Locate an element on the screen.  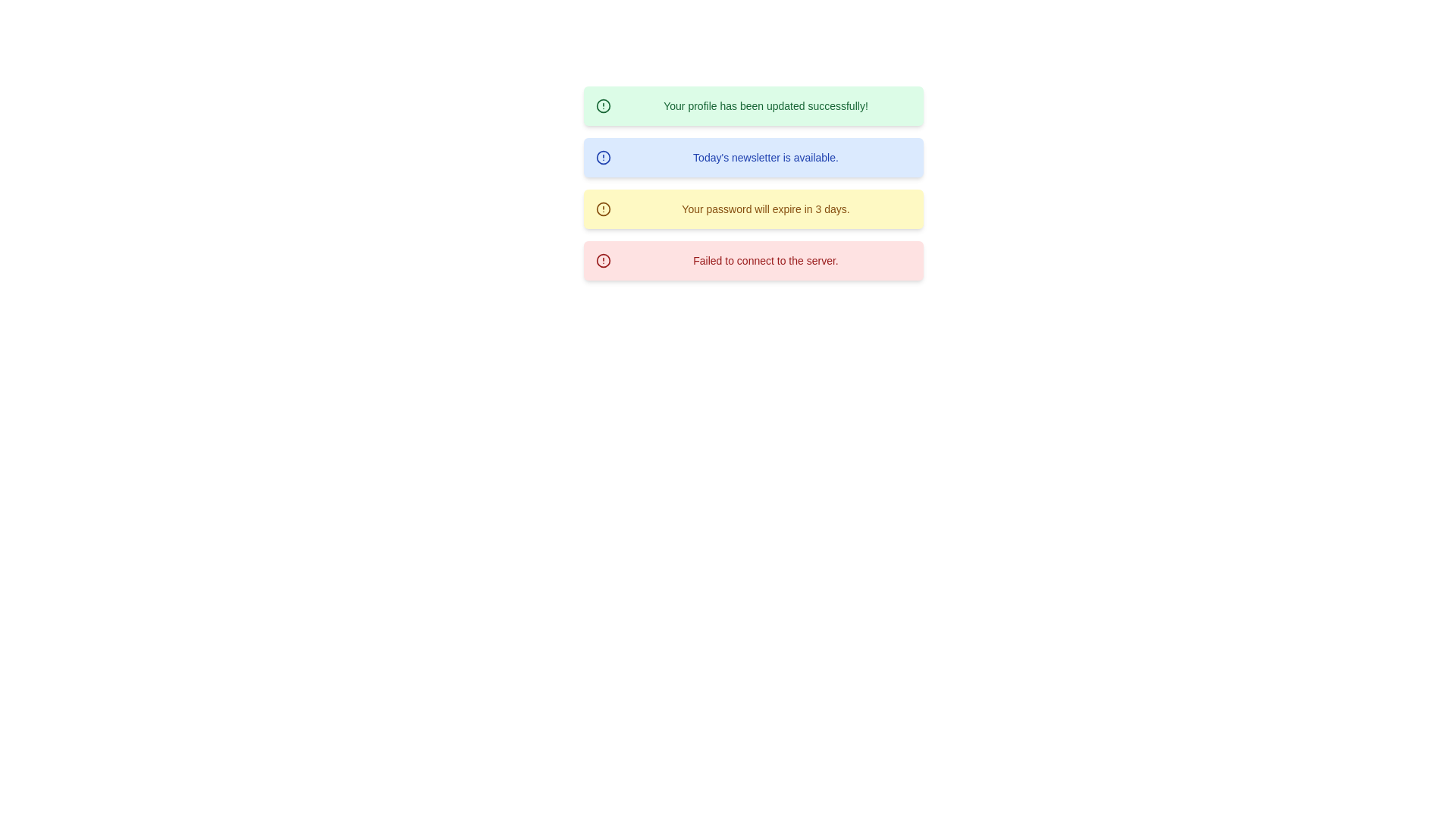
notification text that states 'Your password will expire in 3 days.' which is displayed in a smaller font on a yellow background within the third notification panel is located at coordinates (765, 209).